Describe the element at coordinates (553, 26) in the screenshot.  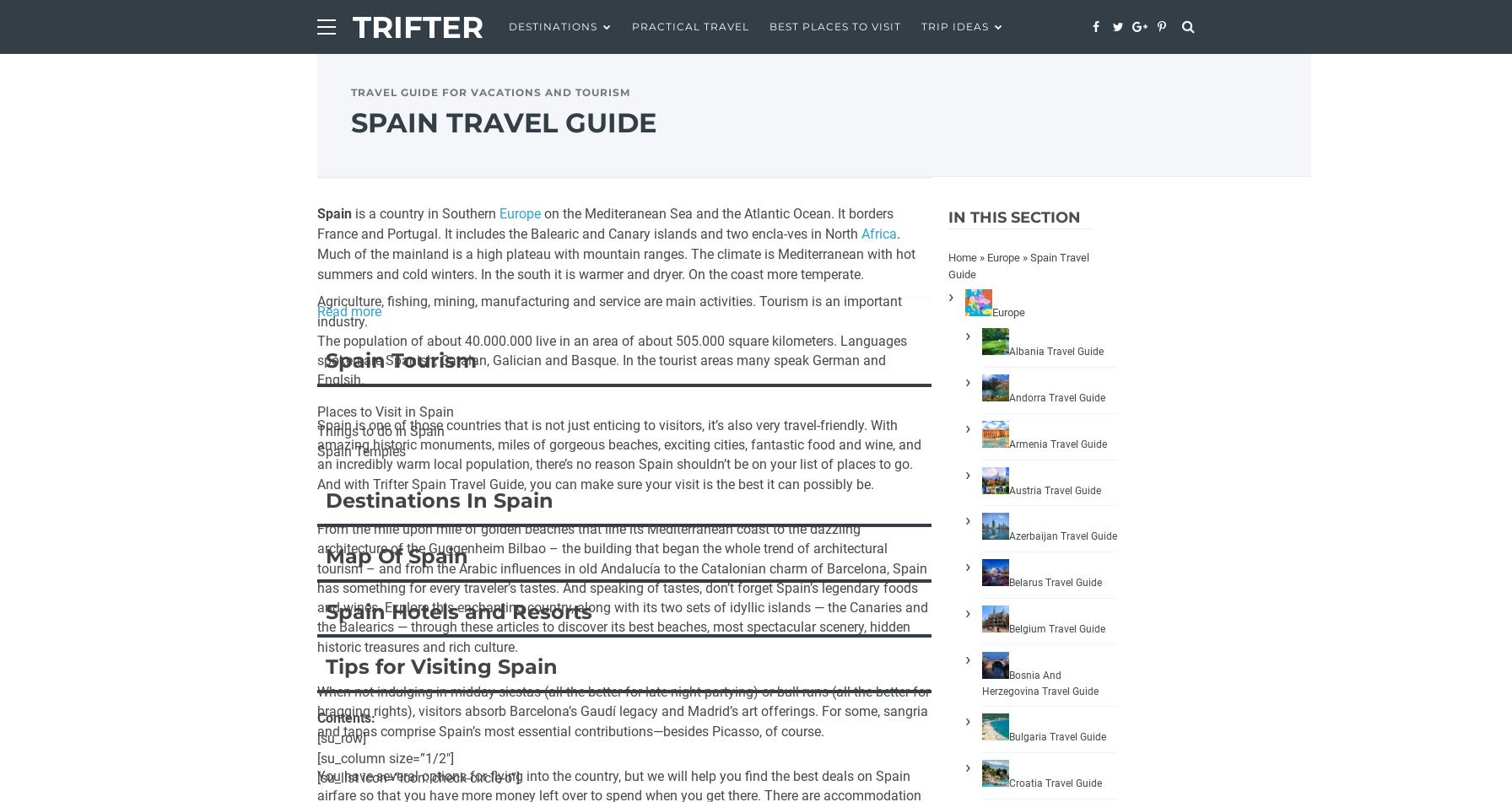
I see `'Destinations'` at that location.